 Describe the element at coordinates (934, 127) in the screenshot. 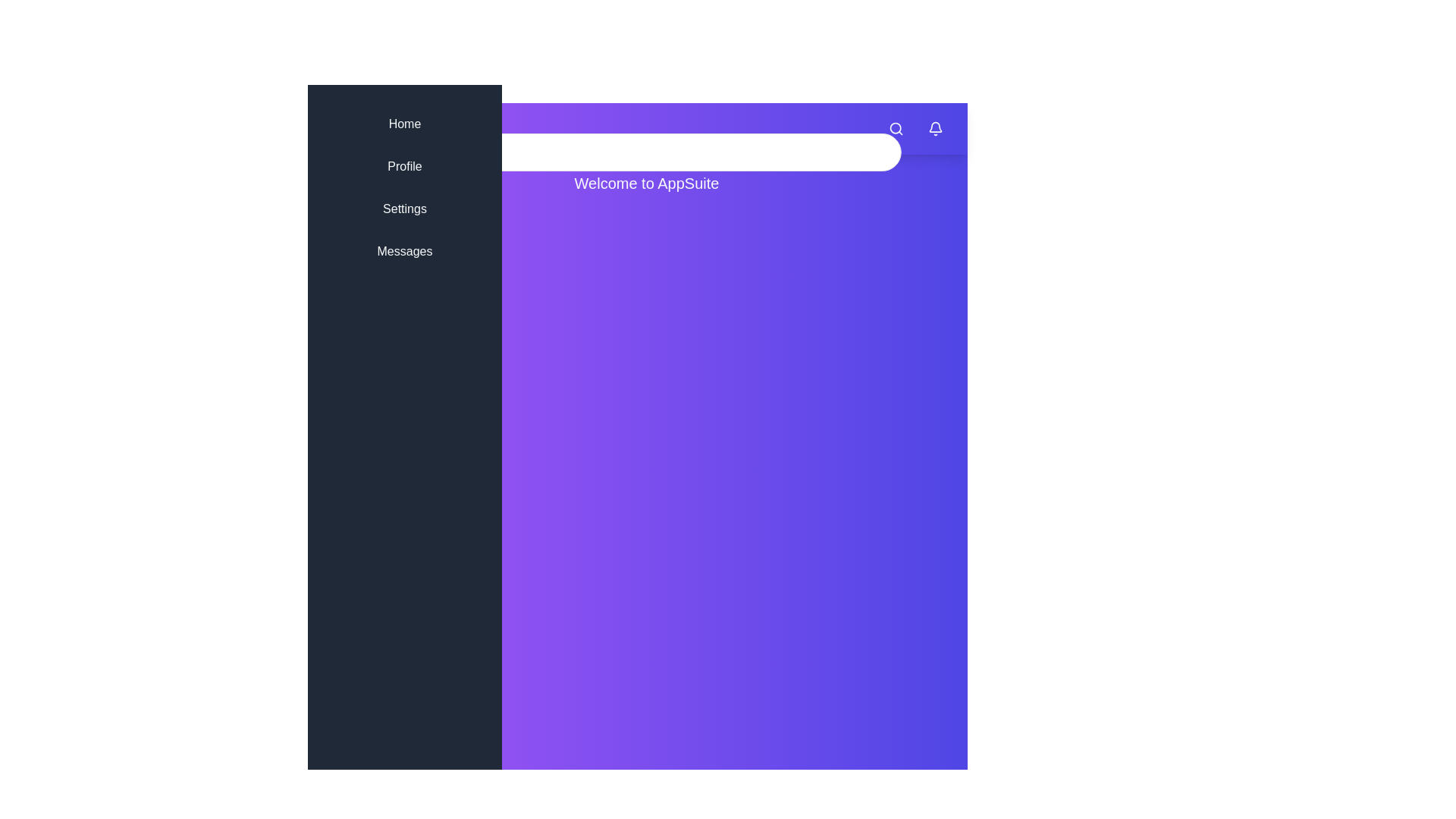

I see `the notification bell icon to interact with it` at that location.